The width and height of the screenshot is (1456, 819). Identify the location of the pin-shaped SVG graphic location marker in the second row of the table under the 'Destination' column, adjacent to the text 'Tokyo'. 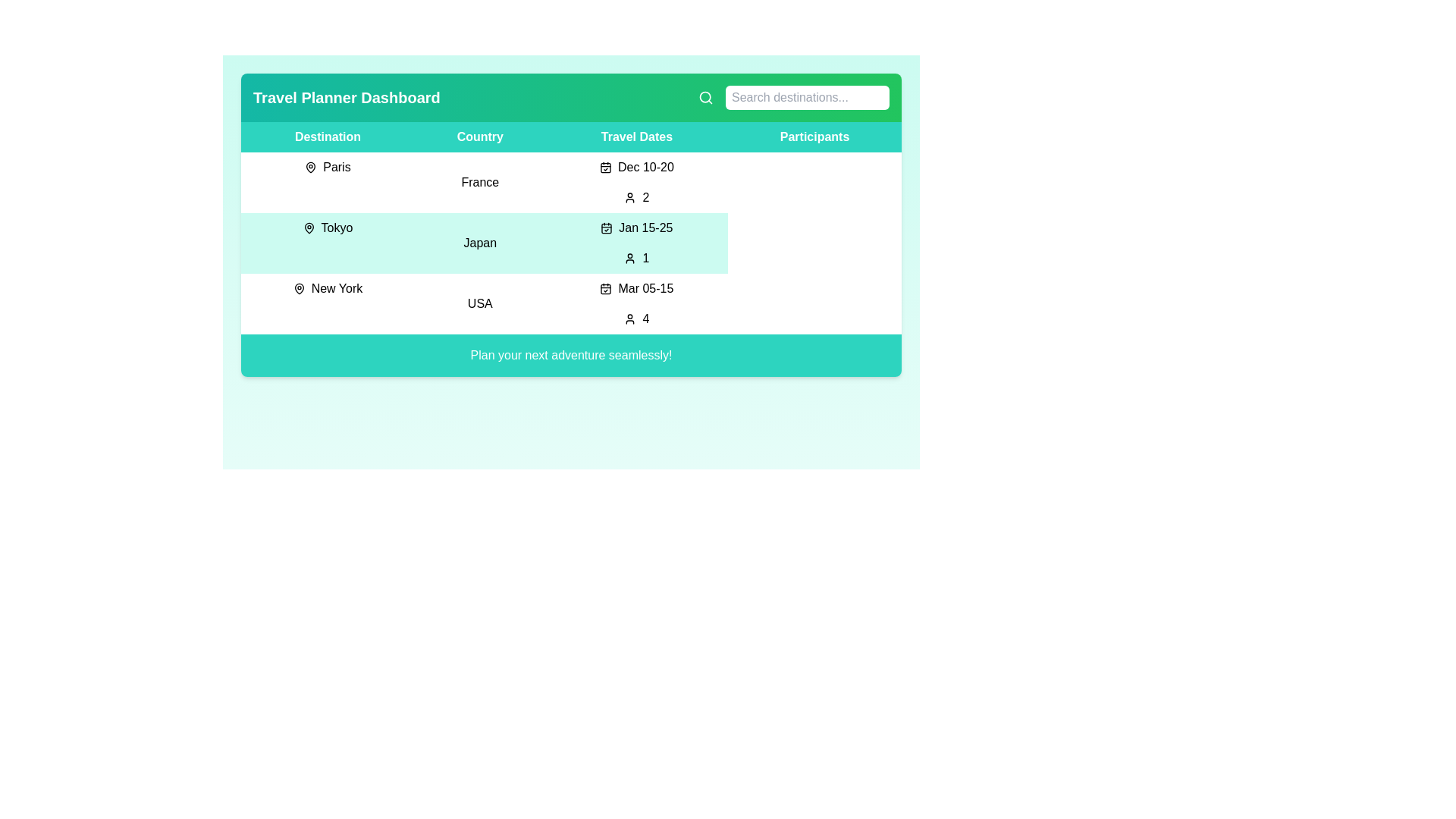
(308, 227).